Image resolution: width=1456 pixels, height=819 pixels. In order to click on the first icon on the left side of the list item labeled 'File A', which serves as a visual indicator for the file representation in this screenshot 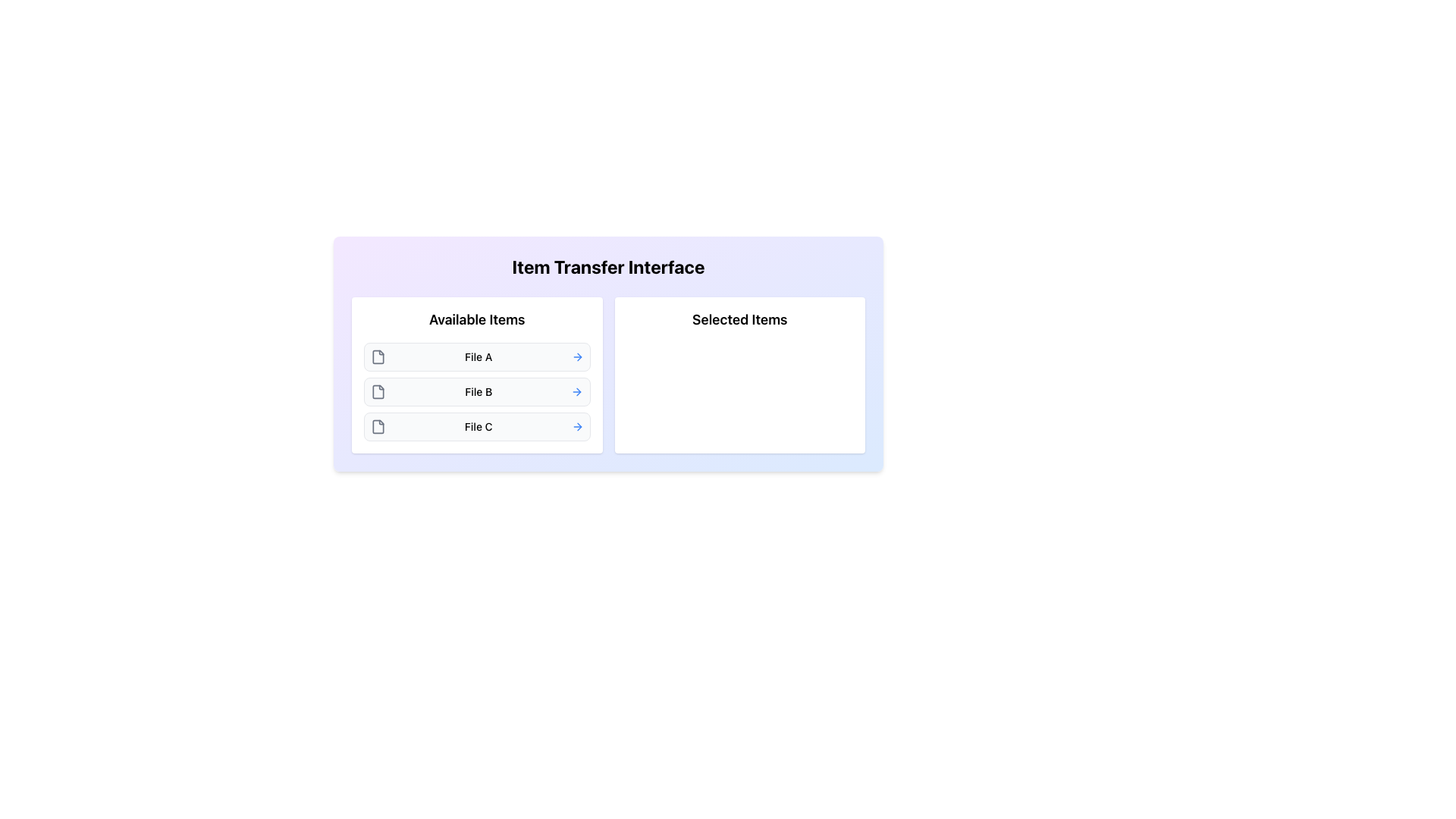, I will do `click(378, 356)`.